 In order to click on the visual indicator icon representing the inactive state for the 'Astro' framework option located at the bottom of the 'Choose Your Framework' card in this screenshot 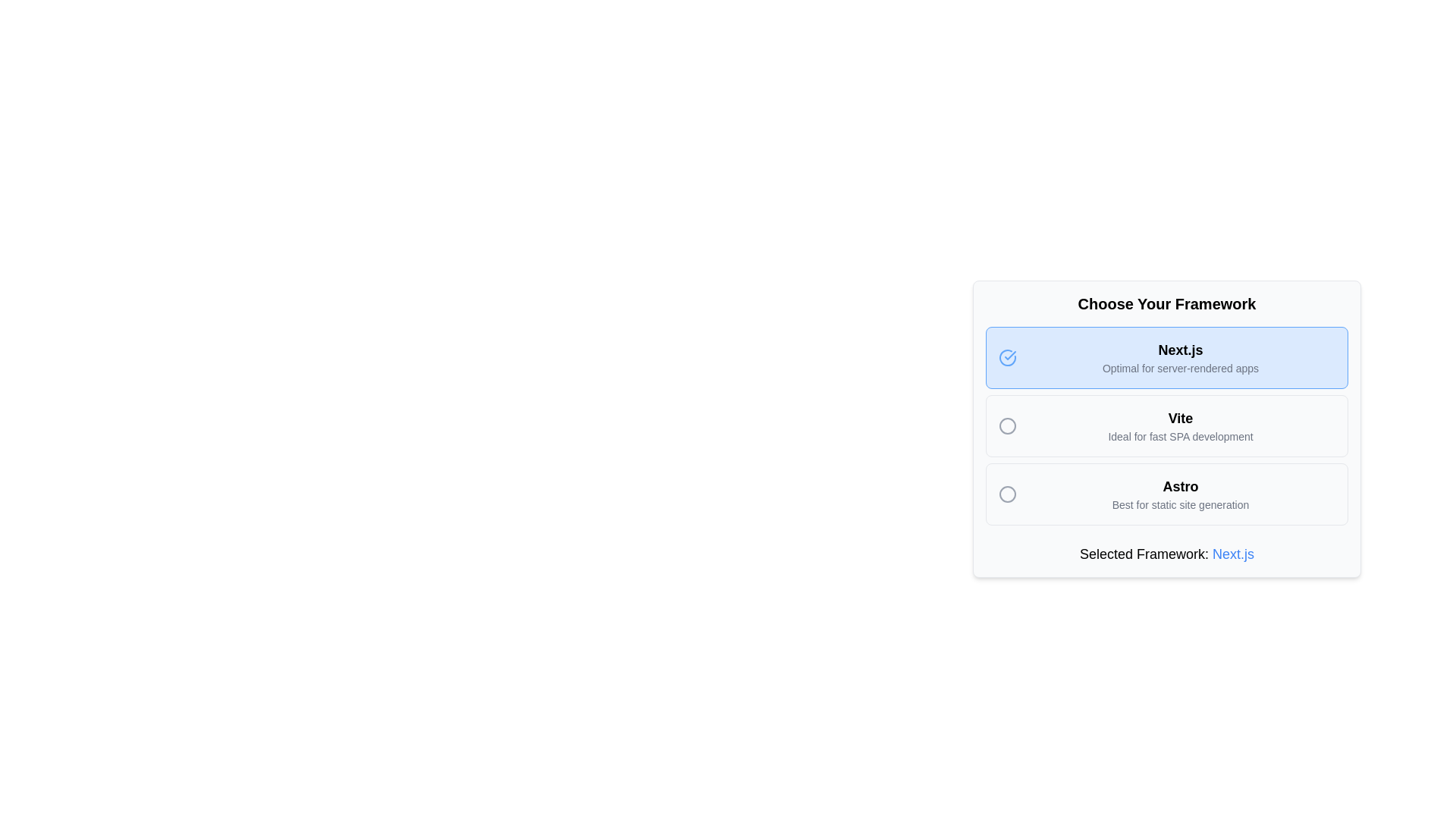, I will do `click(1008, 494)`.